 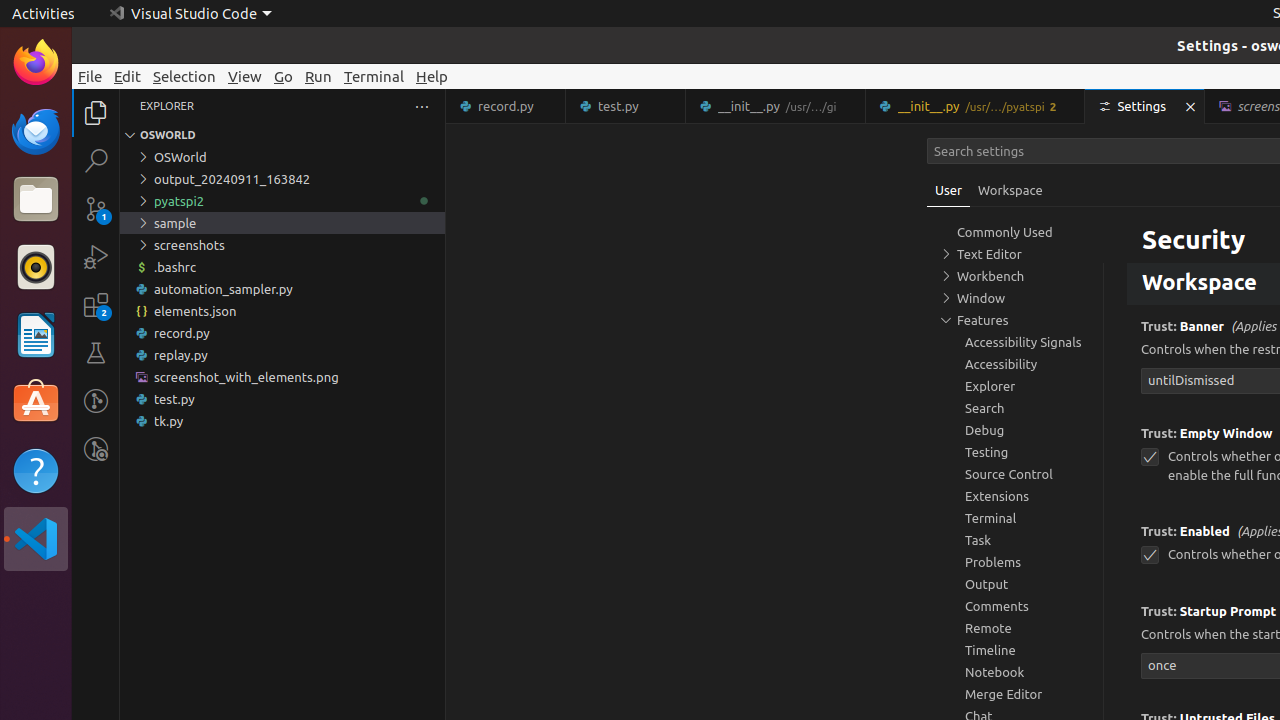 What do you see at coordinates (1015, 516) in the screenshot?
I see `'Terminal, group'` at bounding box center [1015, 516].